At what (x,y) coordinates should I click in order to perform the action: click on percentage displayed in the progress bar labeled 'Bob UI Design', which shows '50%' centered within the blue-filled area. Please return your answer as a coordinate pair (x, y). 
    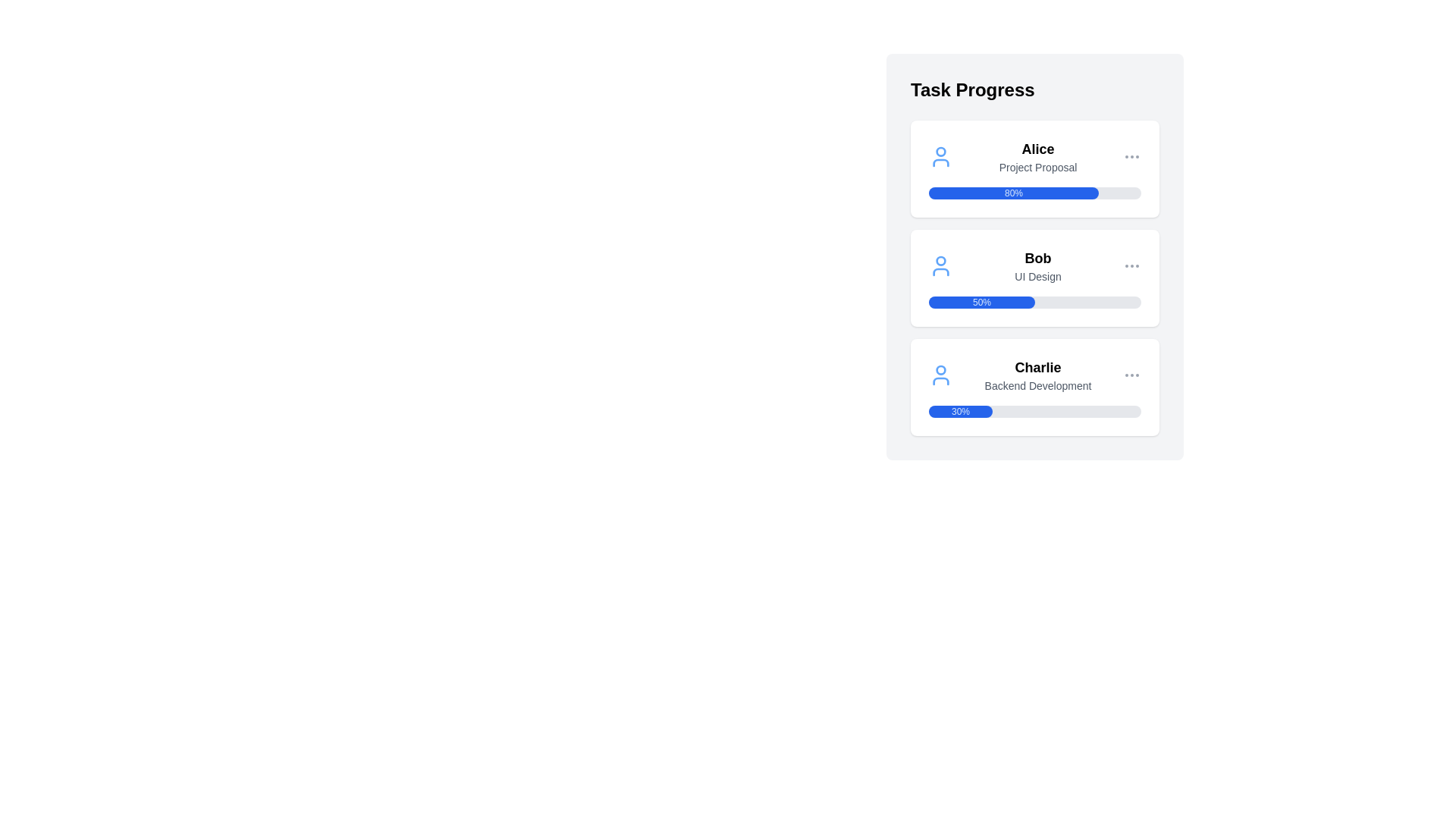
    Looking at the image, I should click on (982, 302).